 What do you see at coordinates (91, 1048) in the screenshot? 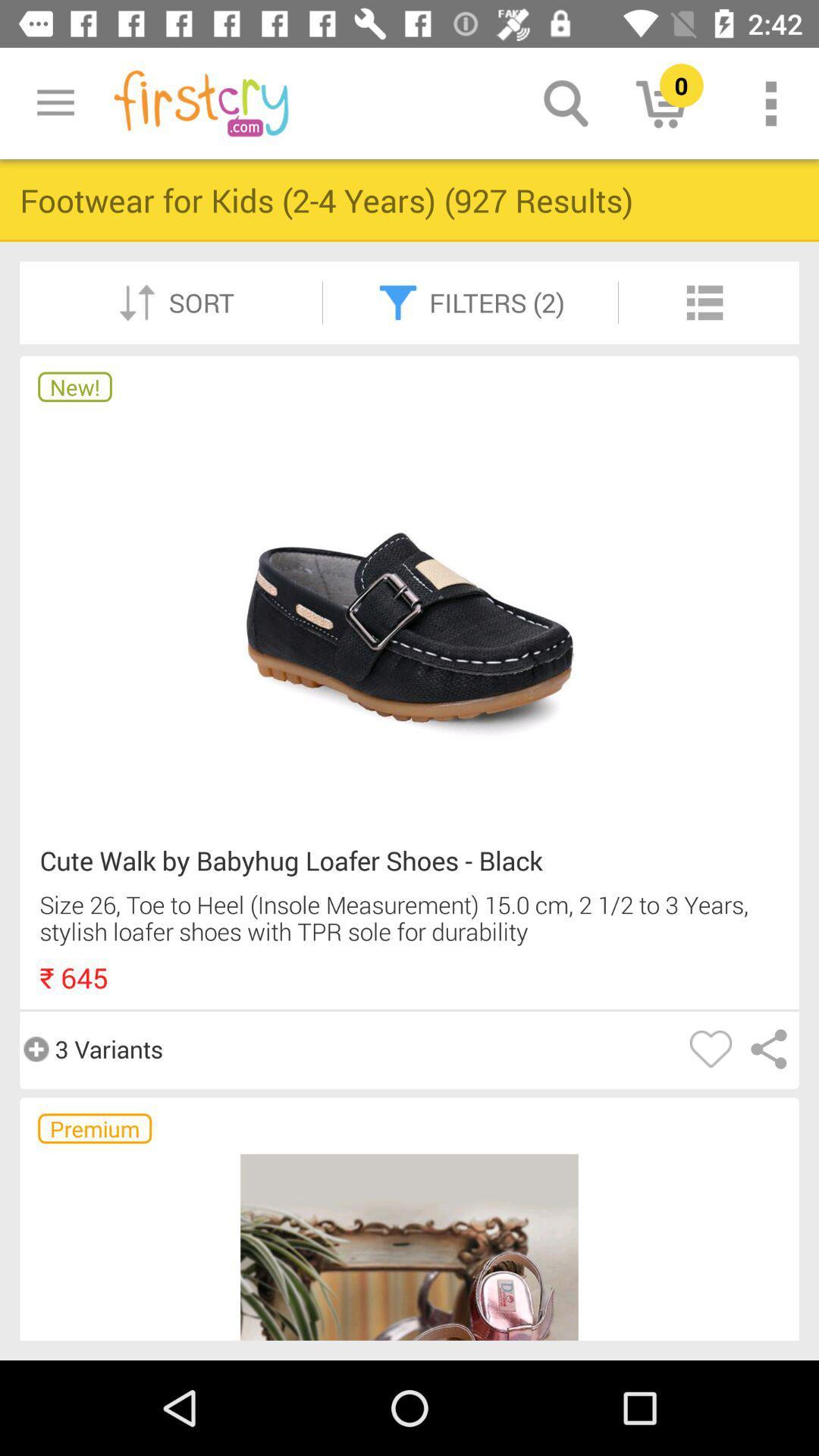
I see `the 3 variants icon` at bounding box center [91, 1048].